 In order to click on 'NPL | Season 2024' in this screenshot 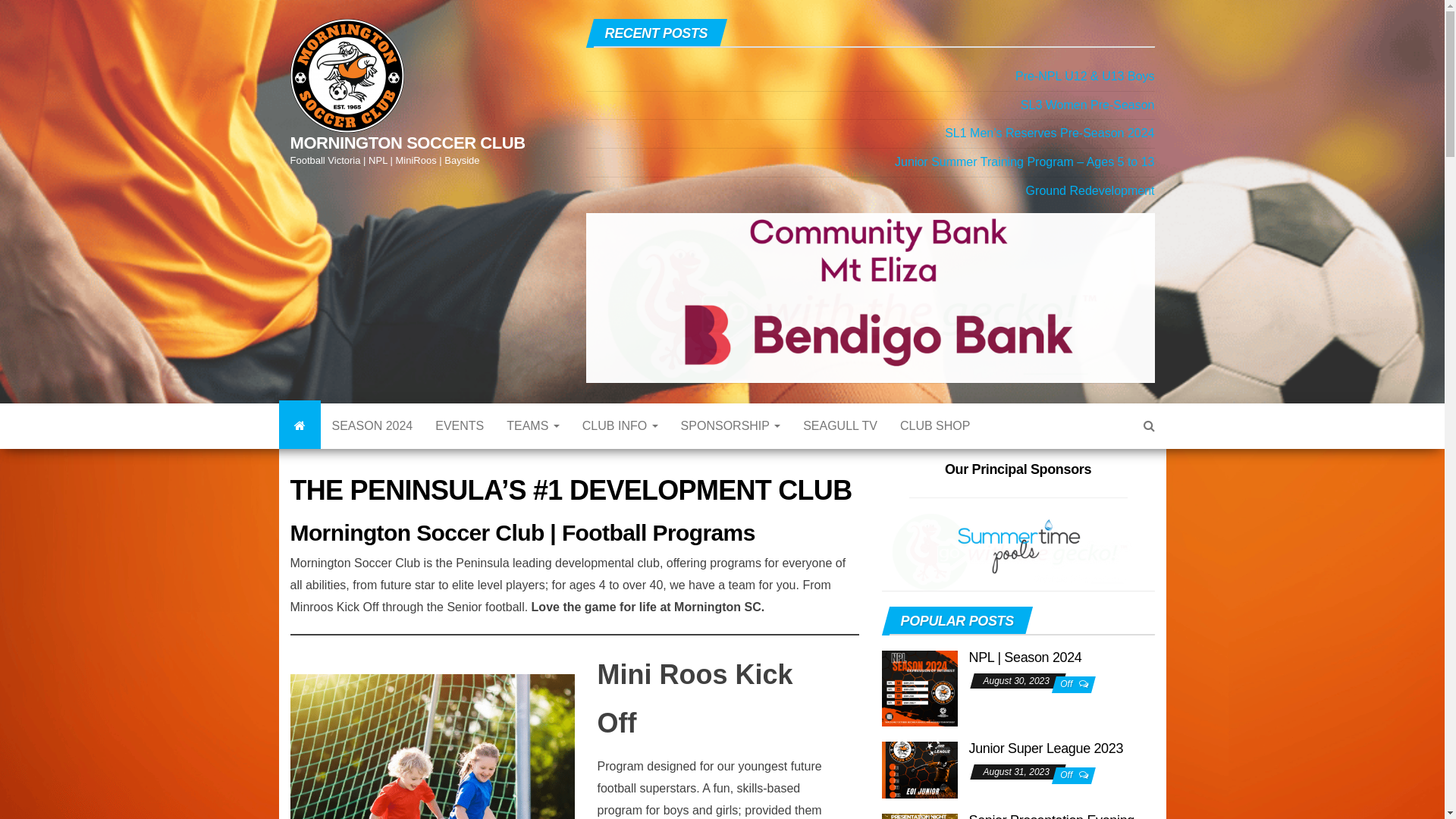, I will do `click(918, 701)`.